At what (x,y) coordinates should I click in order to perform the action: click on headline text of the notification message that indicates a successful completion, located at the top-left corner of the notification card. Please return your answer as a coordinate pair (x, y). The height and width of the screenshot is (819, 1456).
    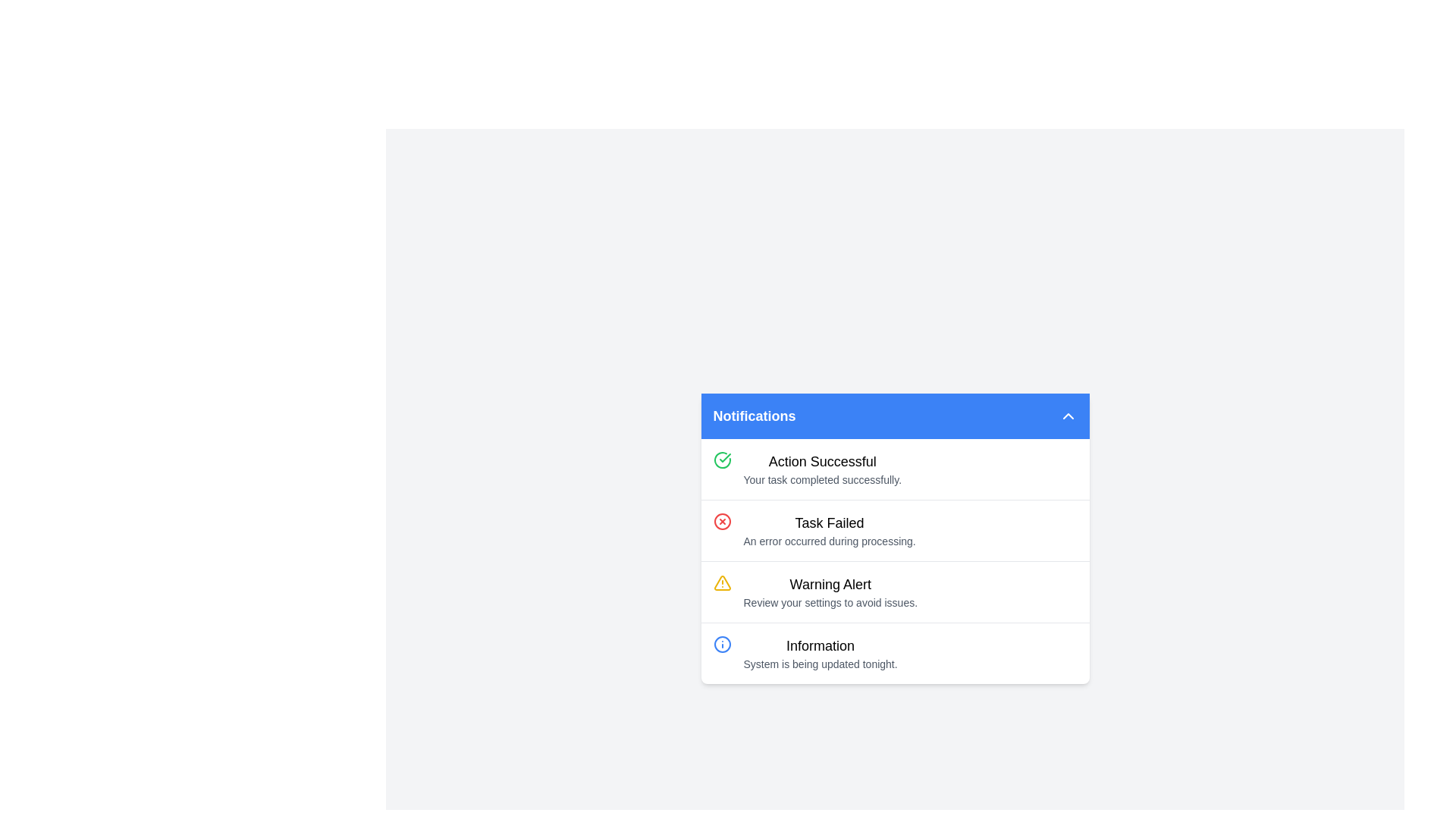
    Looking at the image, I should click on (821, 460).